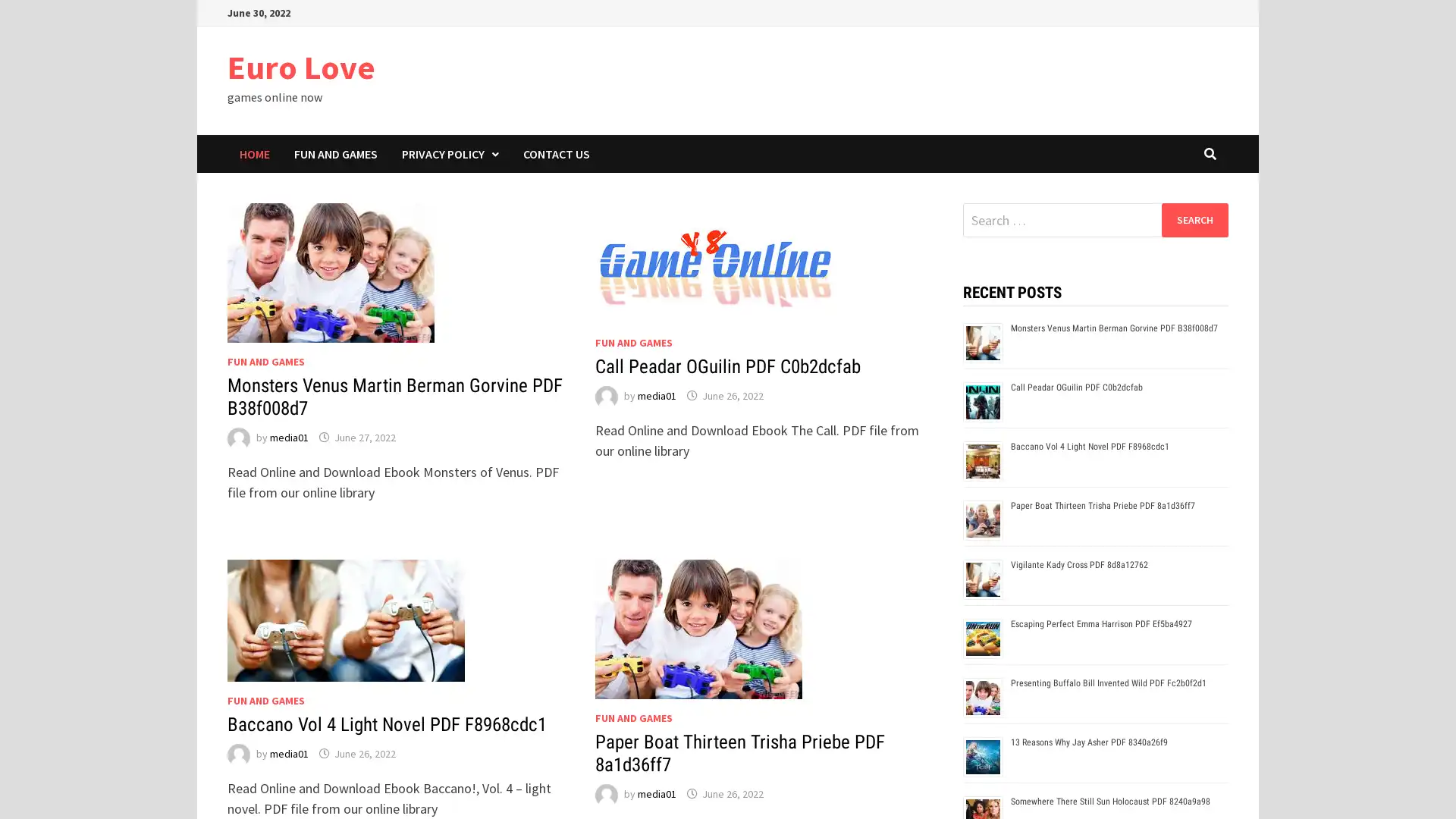  Describe the element at coordinates (1194, 219) in the screenshot. I see `Search` at that location.